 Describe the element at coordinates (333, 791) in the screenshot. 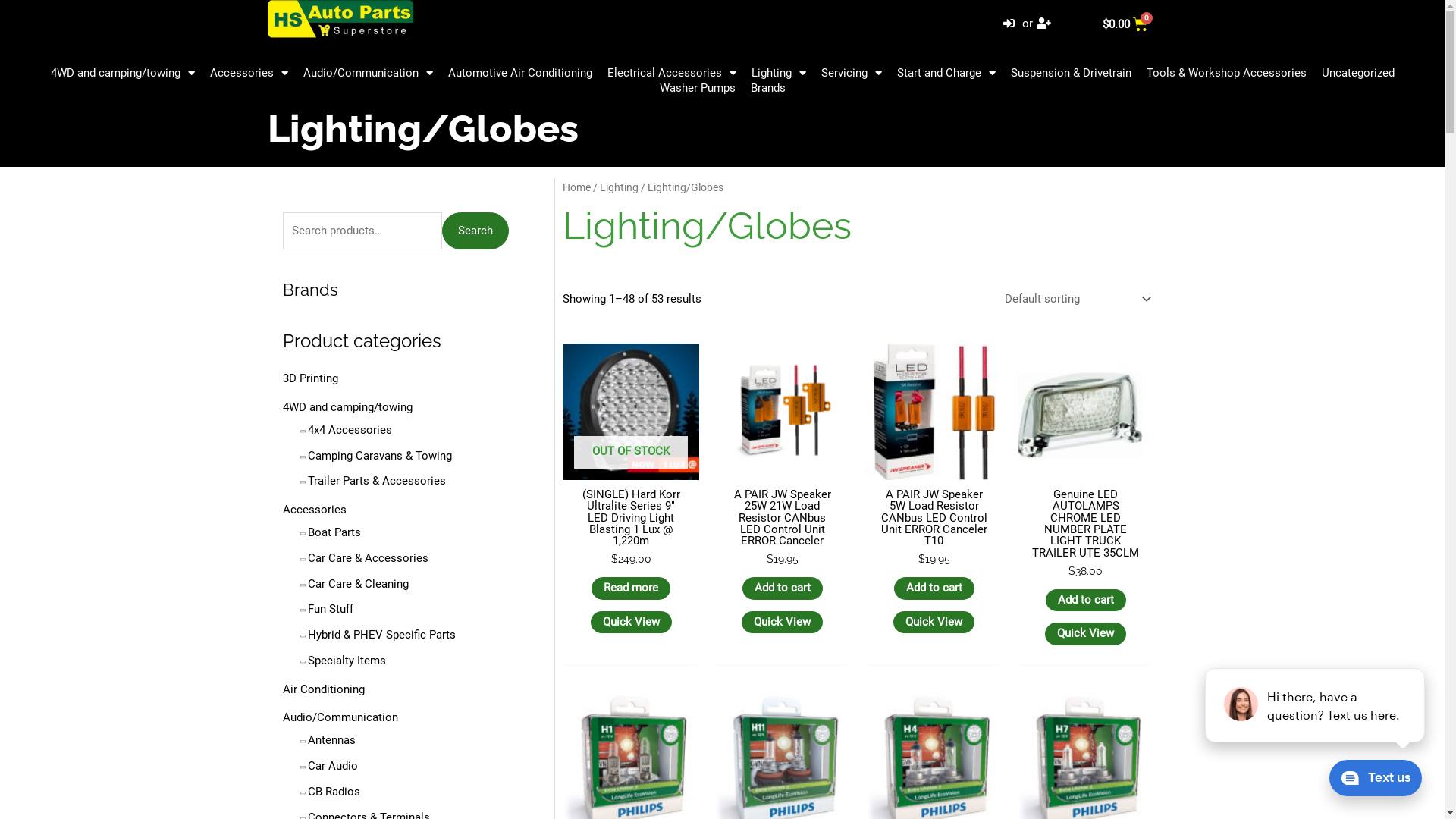

I see `'CB Radios'` at that location.